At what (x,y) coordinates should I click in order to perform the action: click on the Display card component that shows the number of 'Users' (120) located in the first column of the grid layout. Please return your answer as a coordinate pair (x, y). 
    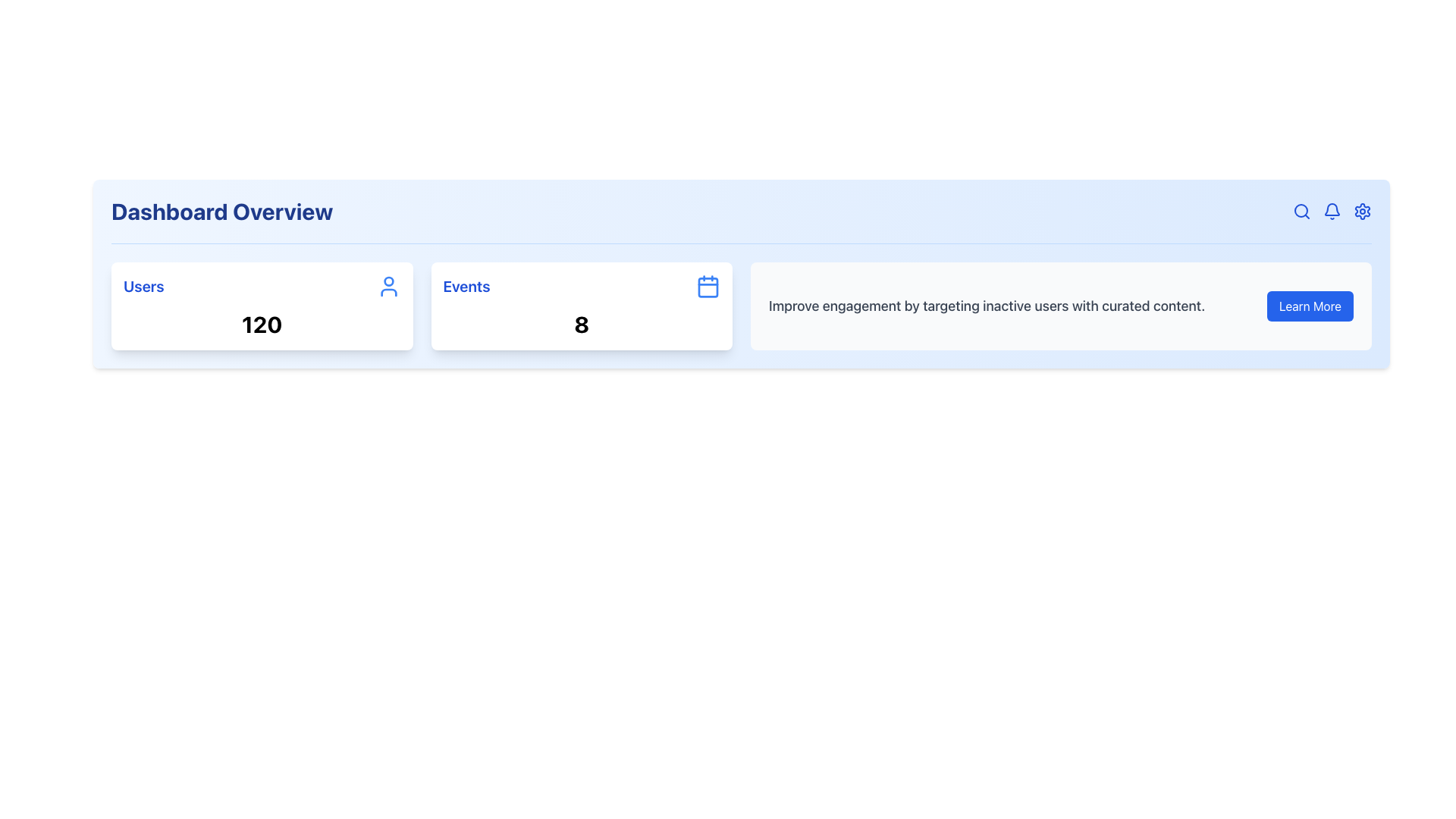
    Looking at the image, I should click on (262, 306).